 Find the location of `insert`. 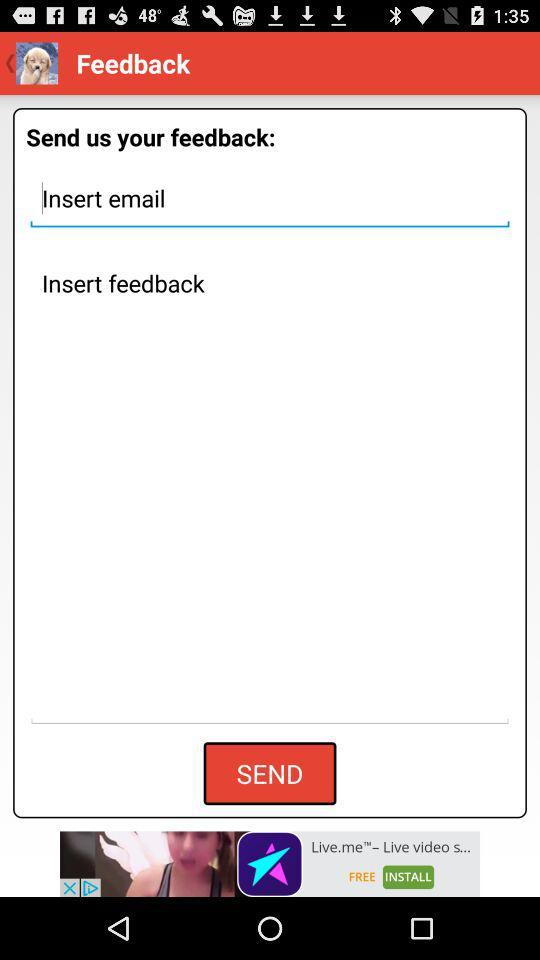

insert is located at coordinates (270, 198).